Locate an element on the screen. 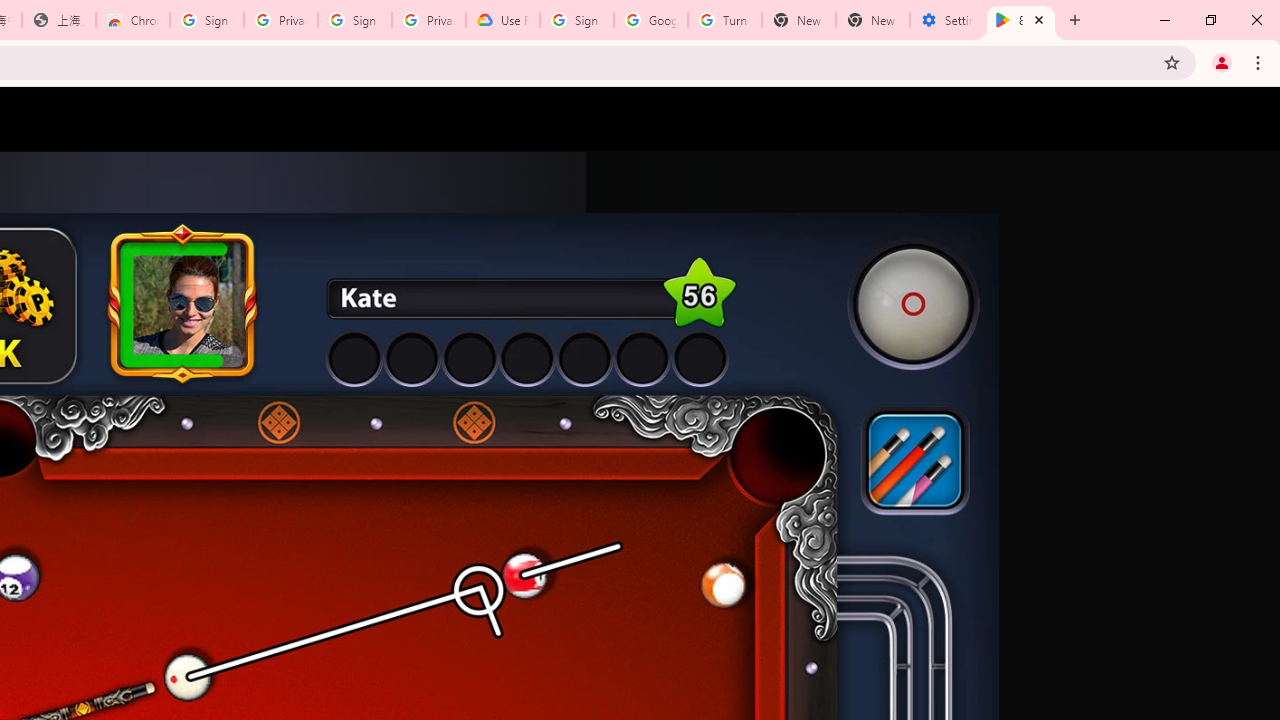 This screenshot has height=720, width=1280. '8 Ball Pool - Apps on Google Play' is located at coordinates (1021, 20).